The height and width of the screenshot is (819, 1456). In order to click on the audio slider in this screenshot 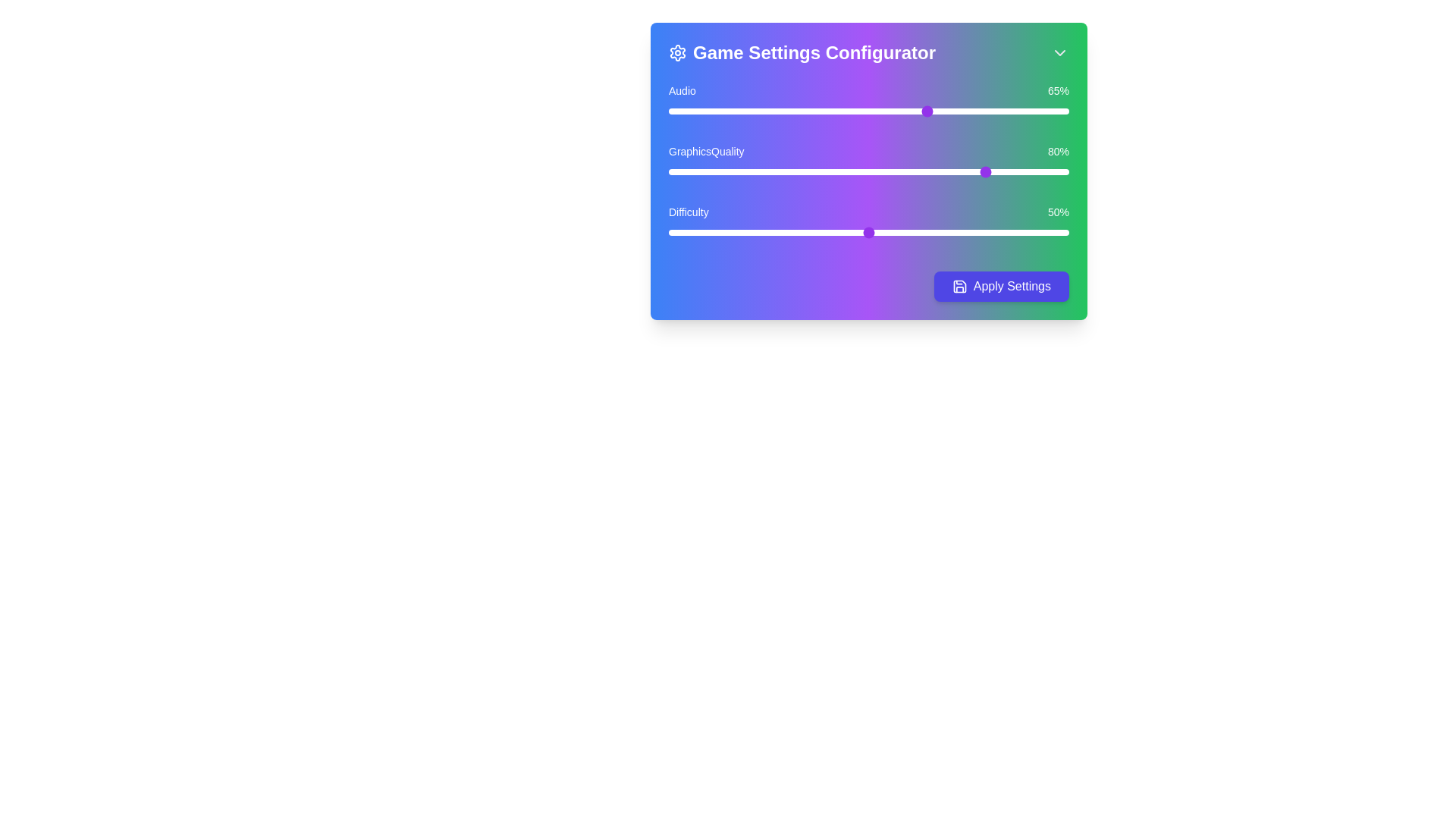, I will do `click(723, 110)`.